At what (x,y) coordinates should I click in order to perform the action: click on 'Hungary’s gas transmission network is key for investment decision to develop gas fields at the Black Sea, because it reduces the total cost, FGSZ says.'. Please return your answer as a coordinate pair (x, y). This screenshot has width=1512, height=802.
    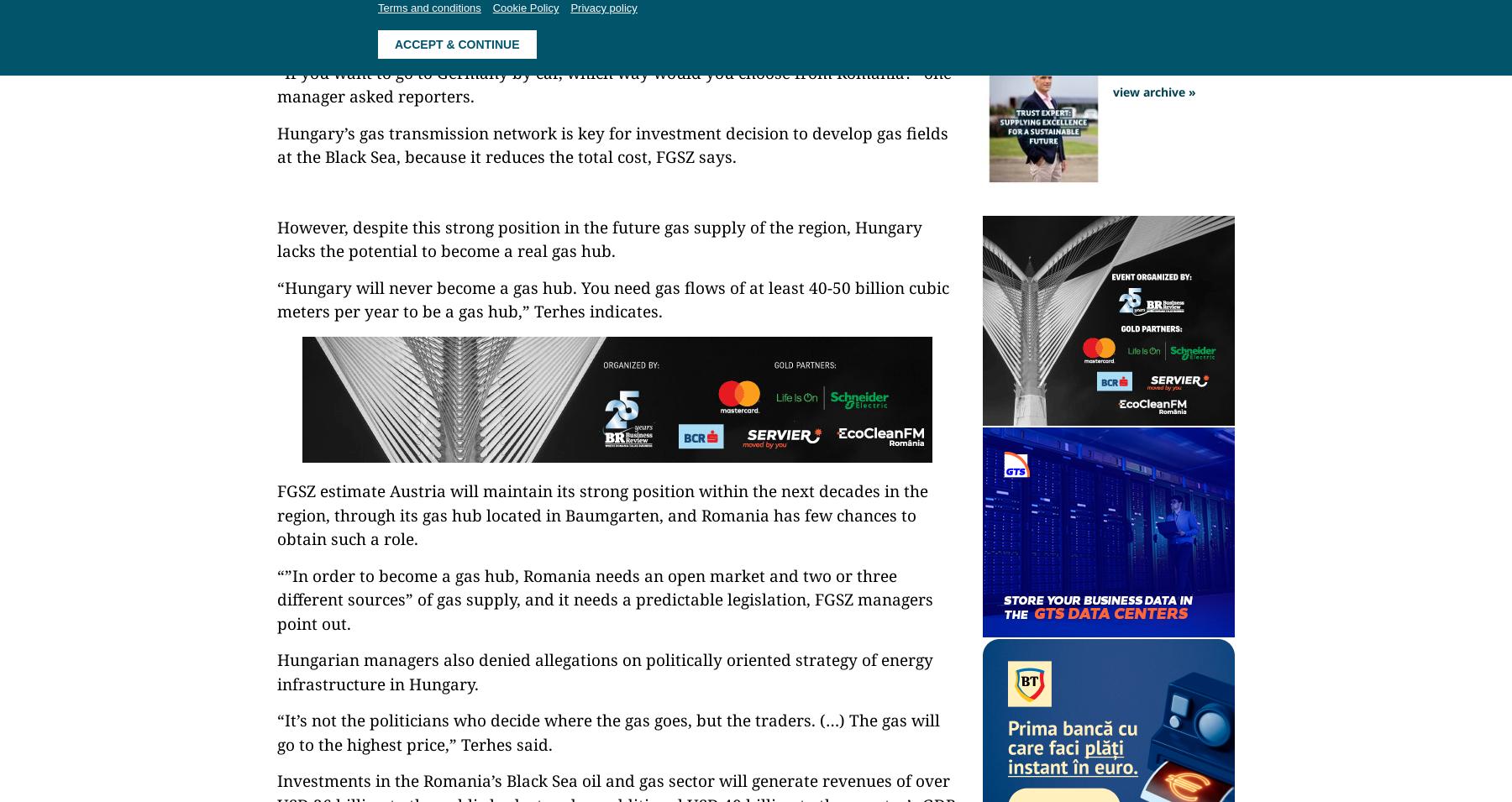
    Looking at the image, I should click on (276, 144).